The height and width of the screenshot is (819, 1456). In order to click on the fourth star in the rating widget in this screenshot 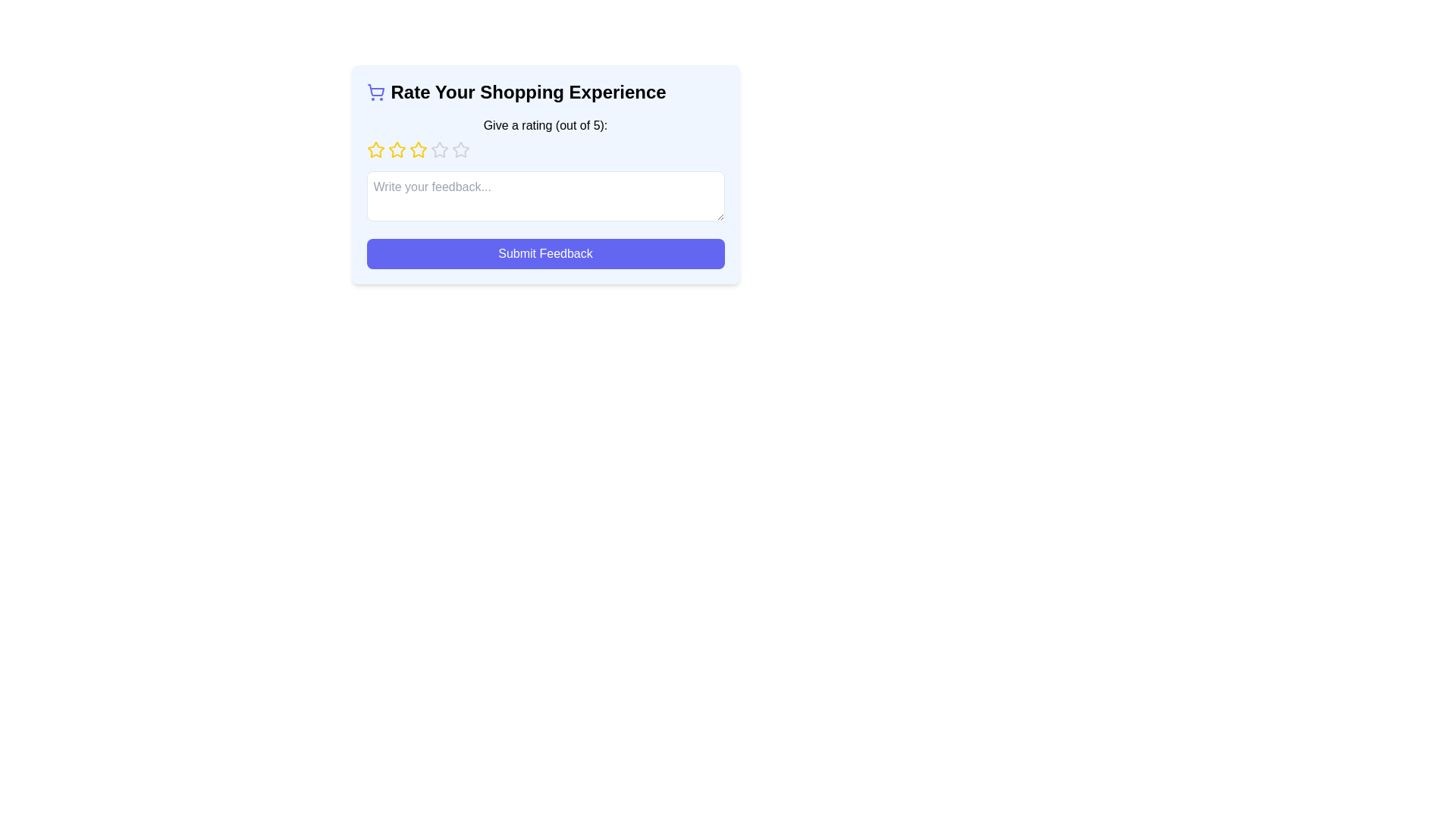, I will do `click(438, 149)`.